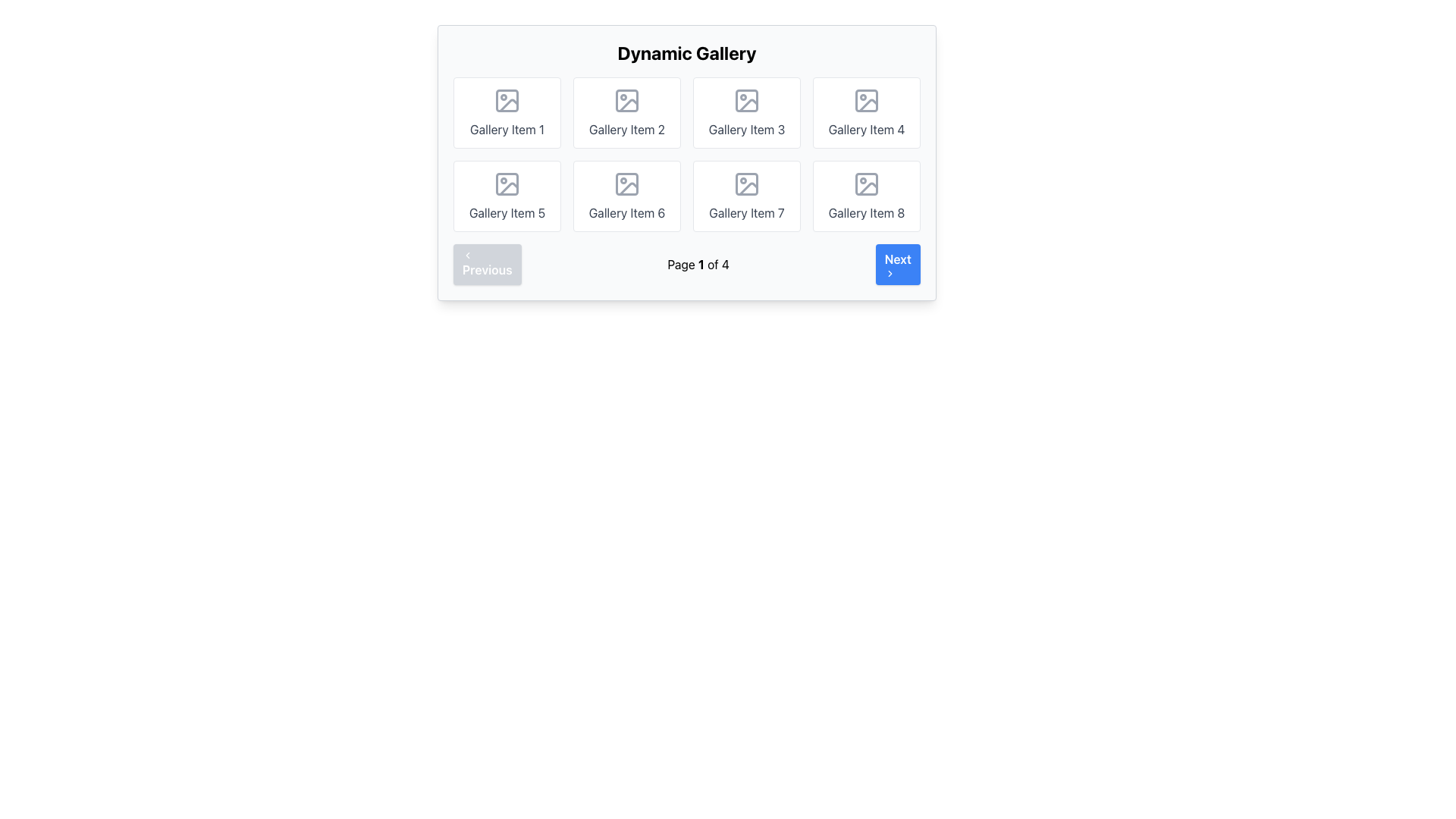 The image size is (1456, 819). Describe the element at coordinates (507, 213) in the screenshot. I see `text content of the text label displaying 'Gallery Item 5' in the second column of the first row of the gallery grid` at that location.